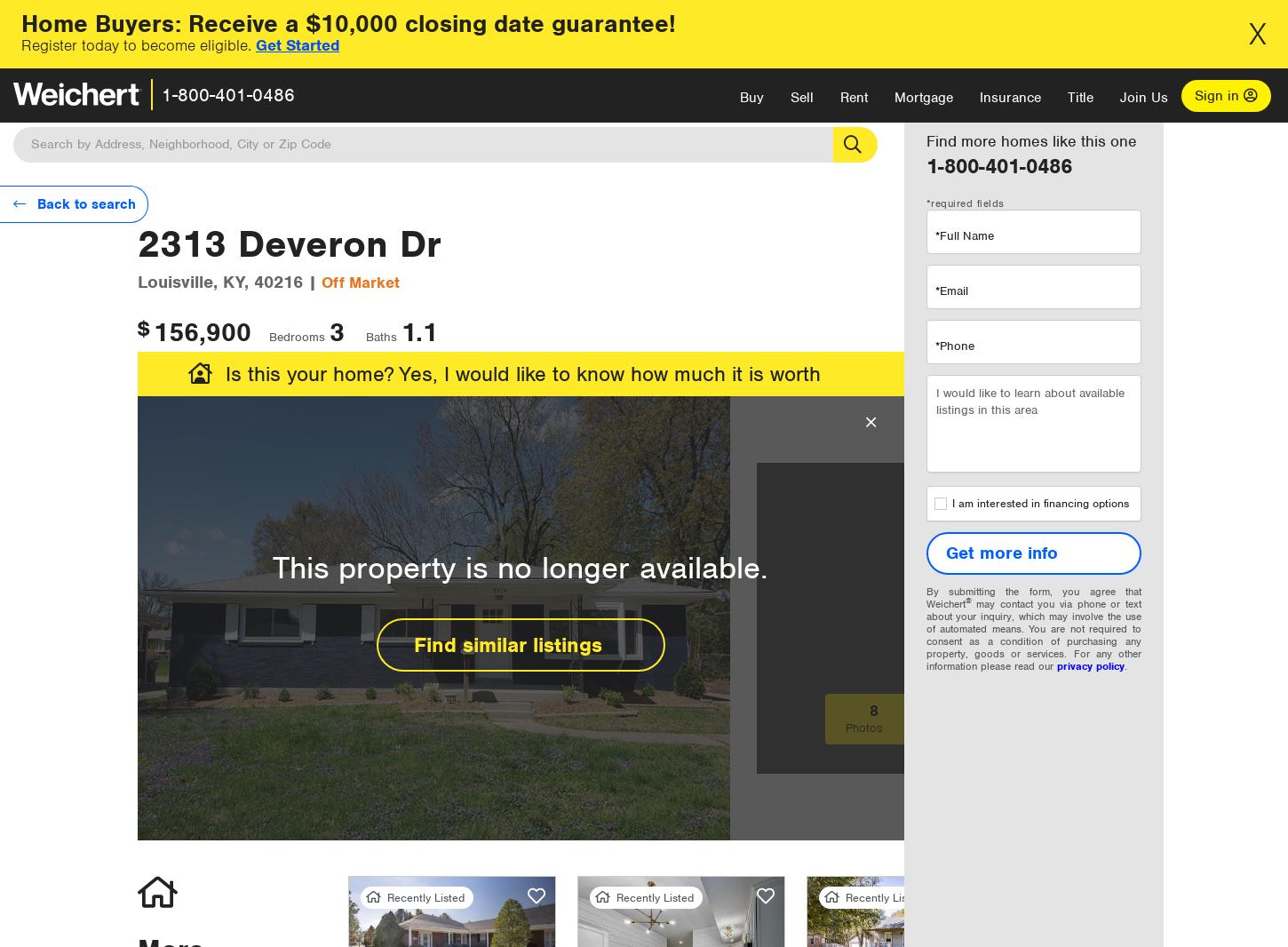 The height and width of the screenshot is (947, 1288). I want to click on '8', so click(873, 711).